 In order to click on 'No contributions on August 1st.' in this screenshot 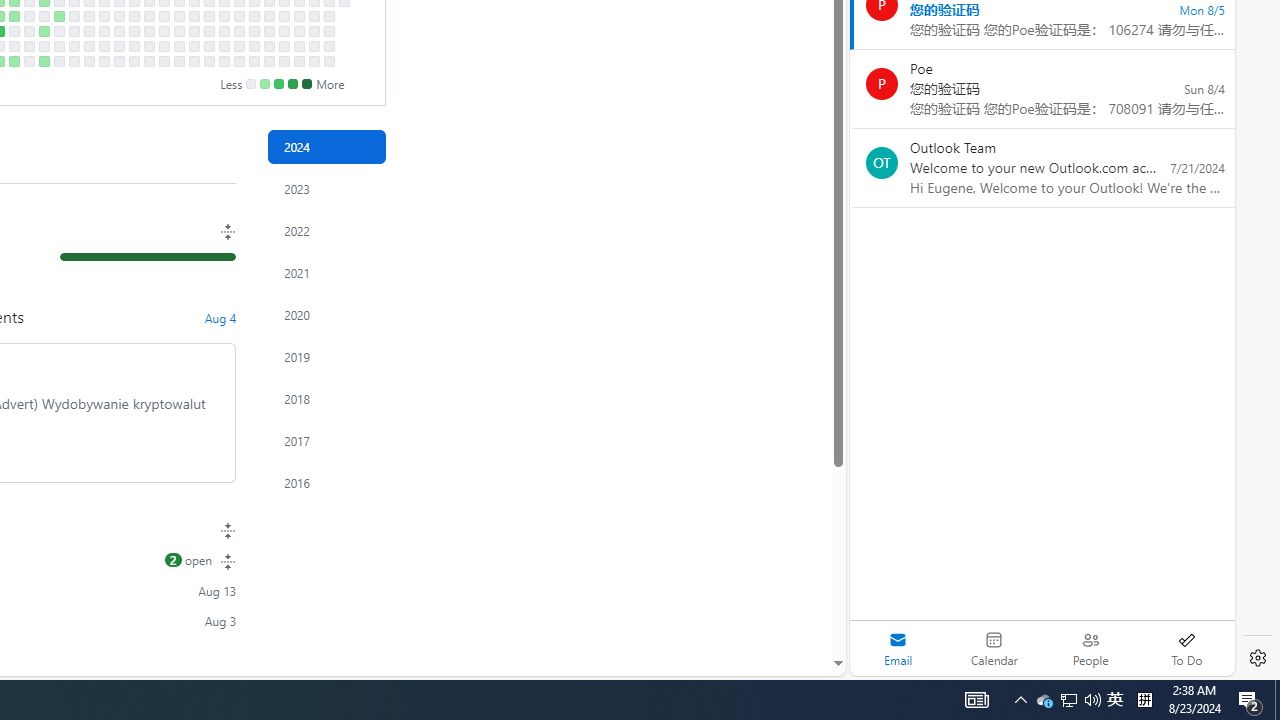, I will do `click(14, 31)`.